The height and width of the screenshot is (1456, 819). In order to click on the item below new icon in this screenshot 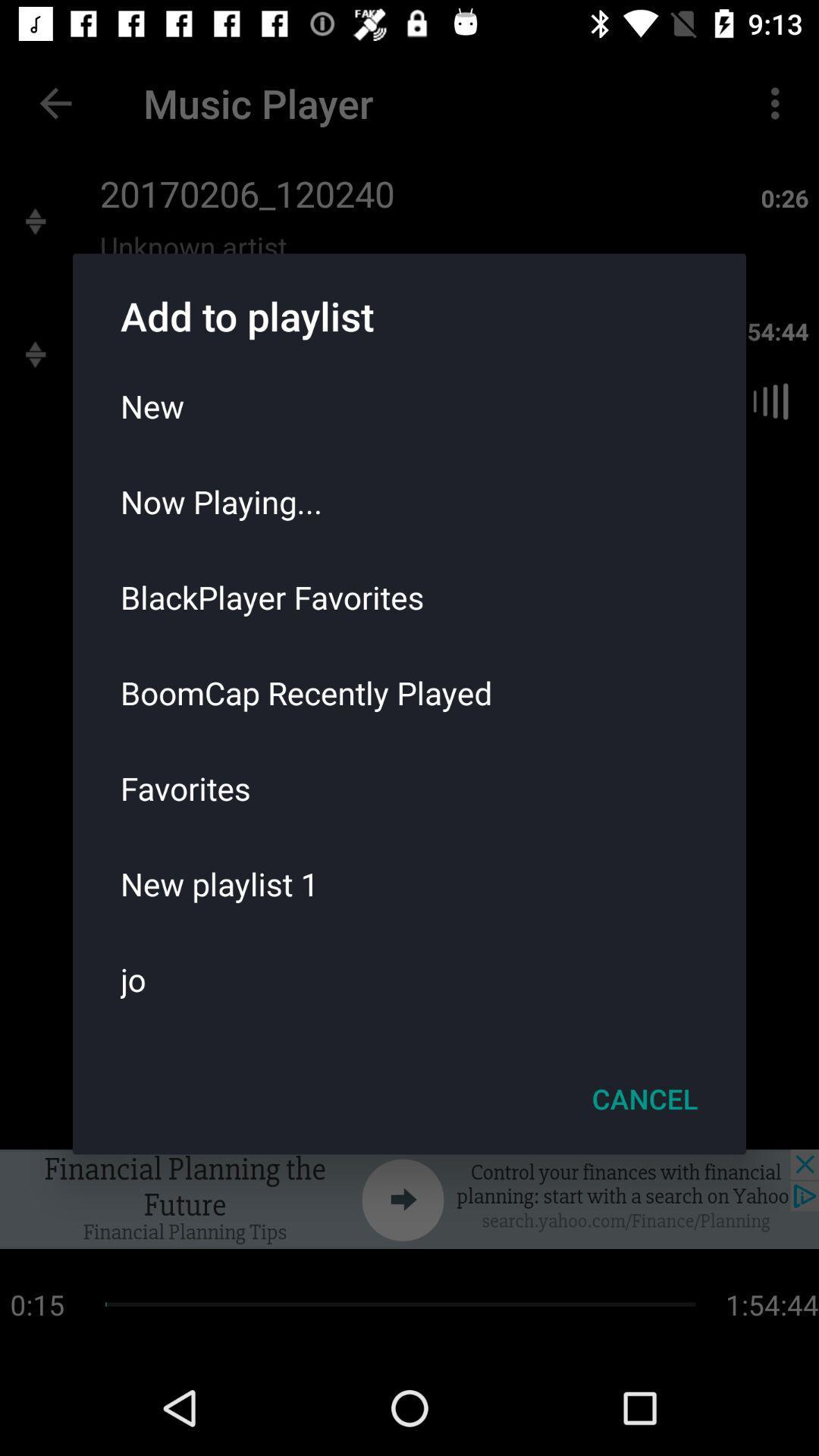, I will do `click(409, 501)`.